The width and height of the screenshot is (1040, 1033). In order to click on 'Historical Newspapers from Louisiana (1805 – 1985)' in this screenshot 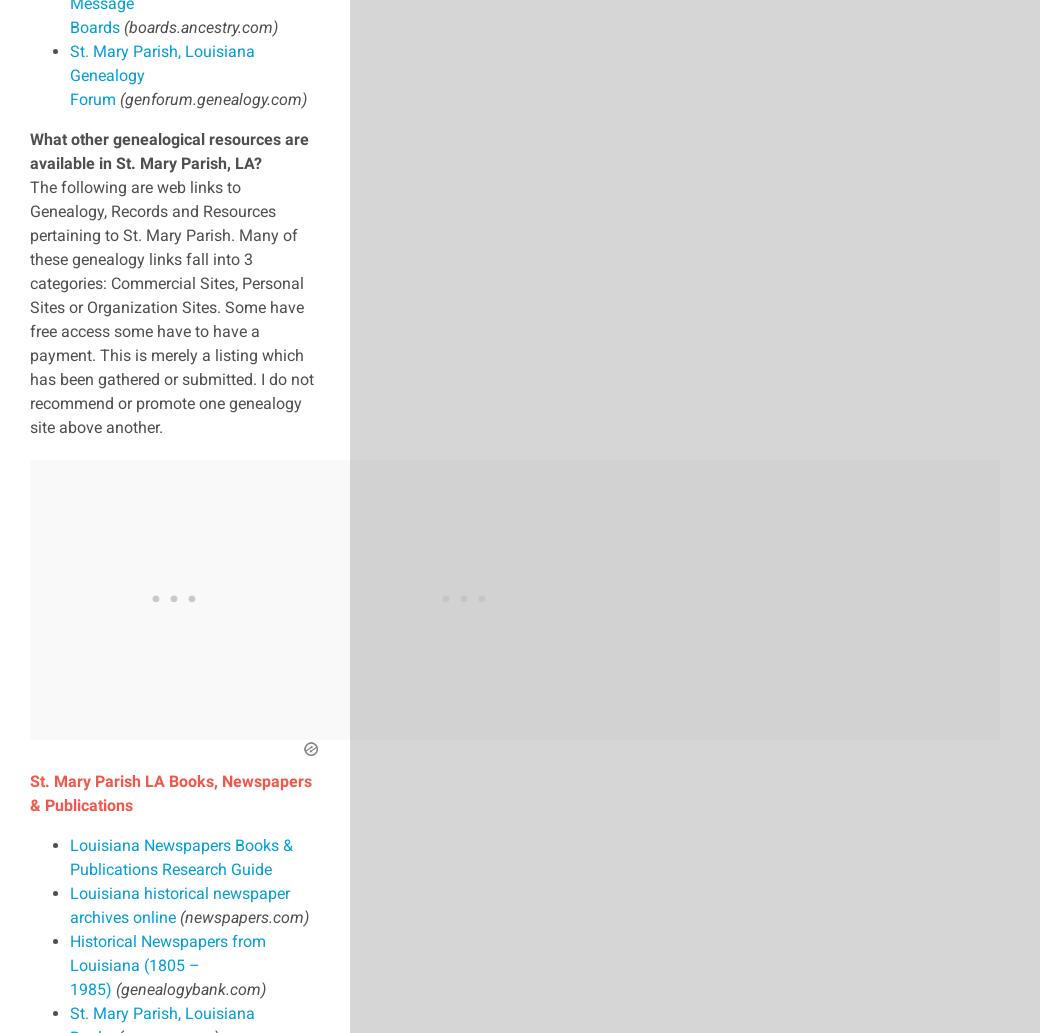, I will do `click(167, 963)`.